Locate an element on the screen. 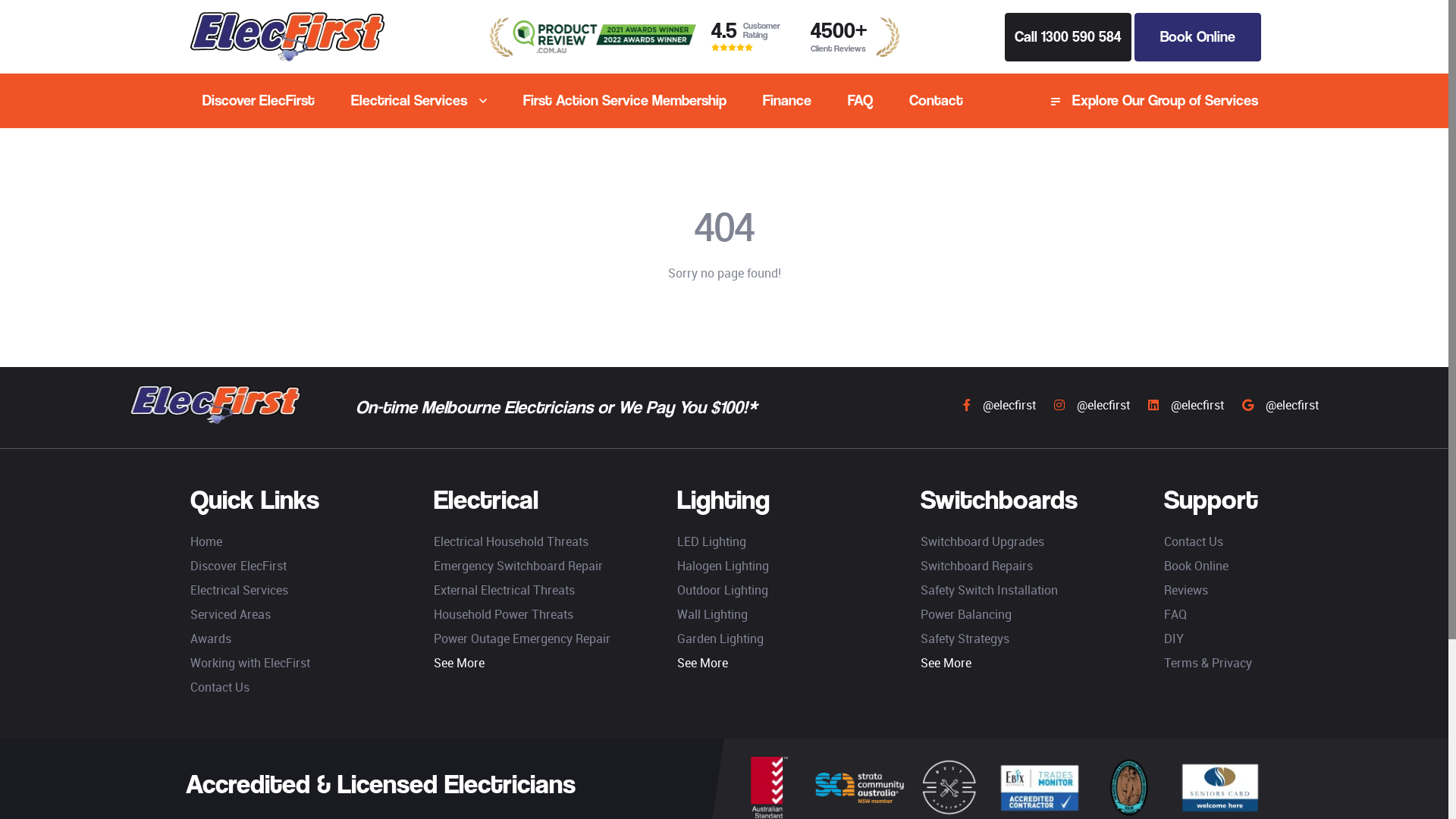 The width and height of the screenshot is (1456, 819). 'Contact Us' is located at coordinates (218, 687).